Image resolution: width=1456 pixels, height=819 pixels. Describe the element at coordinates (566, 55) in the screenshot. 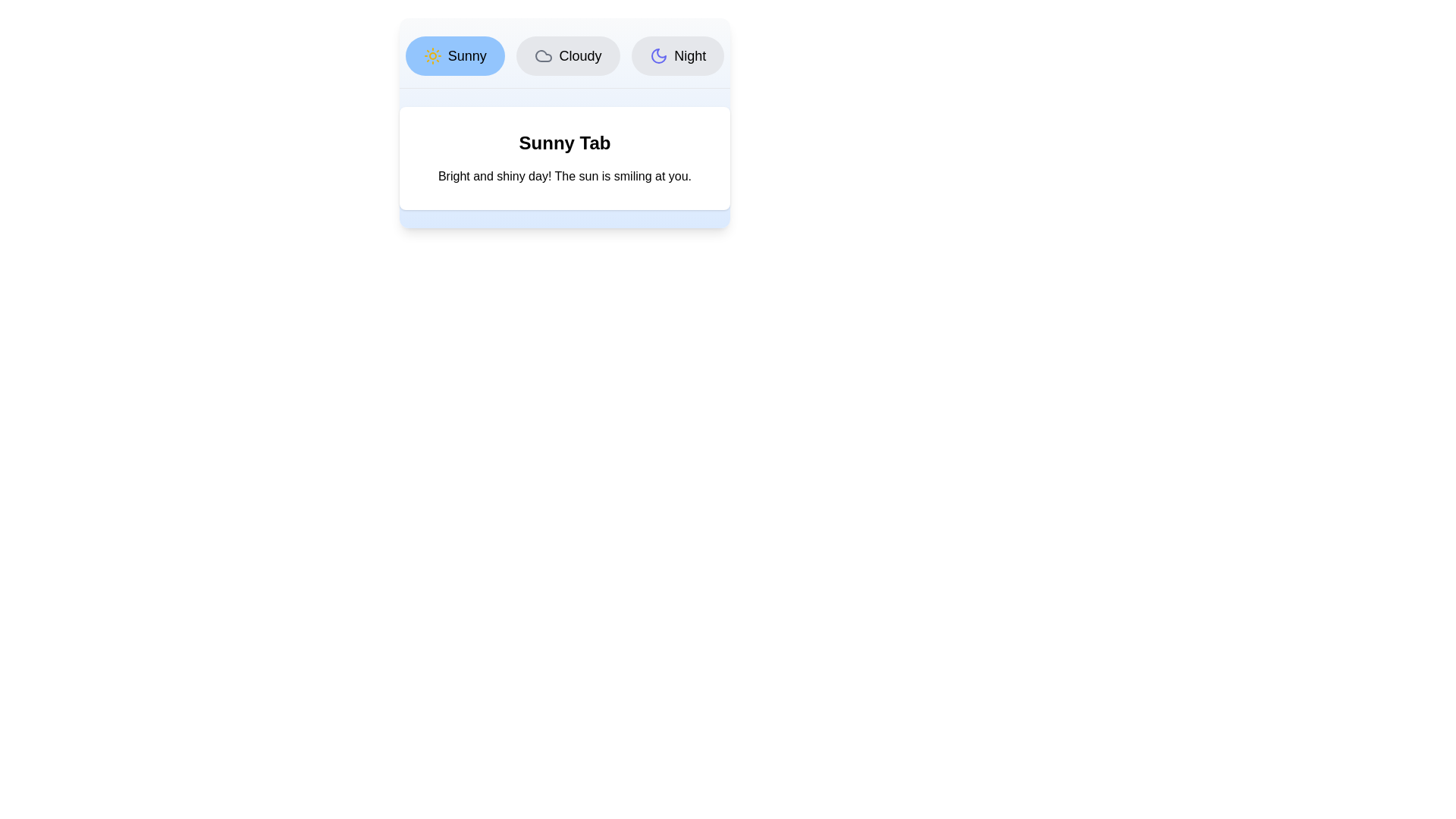

I see `the tab labeled Cloudy to switch to the corresponding content` at that location.